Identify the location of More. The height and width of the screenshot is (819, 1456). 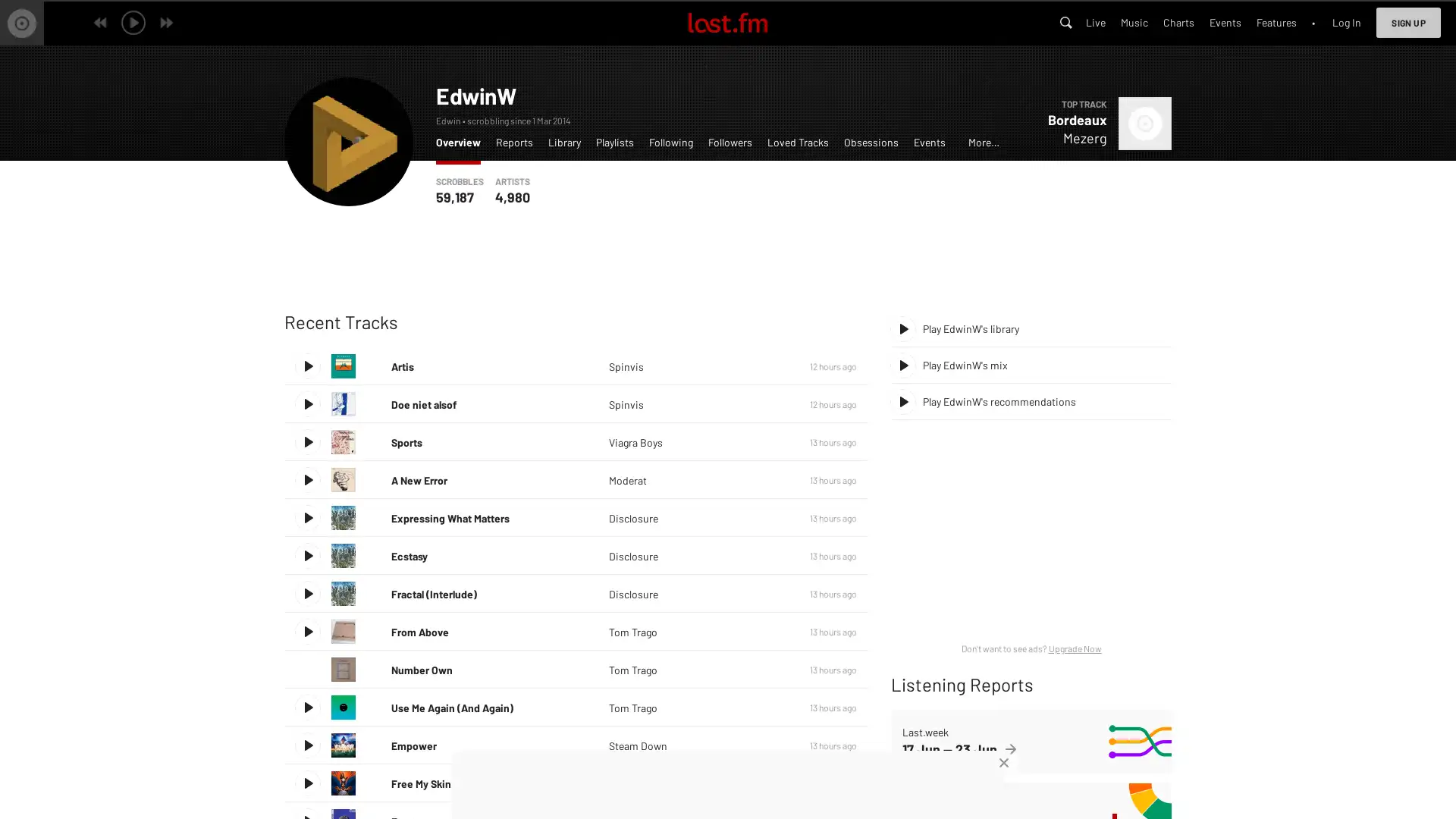
(764, 783).